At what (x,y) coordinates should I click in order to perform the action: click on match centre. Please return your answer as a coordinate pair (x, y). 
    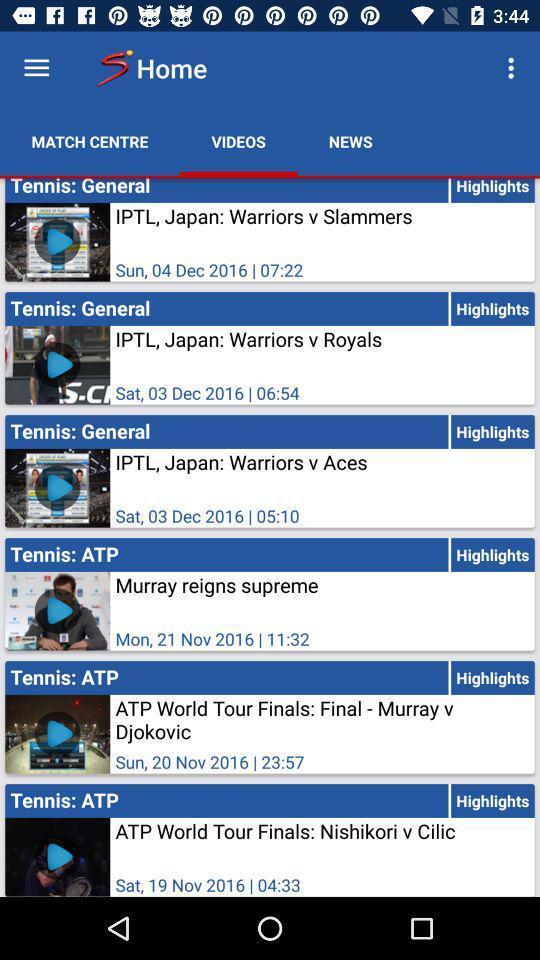
    Looking at the image, I should click on (89, 140).